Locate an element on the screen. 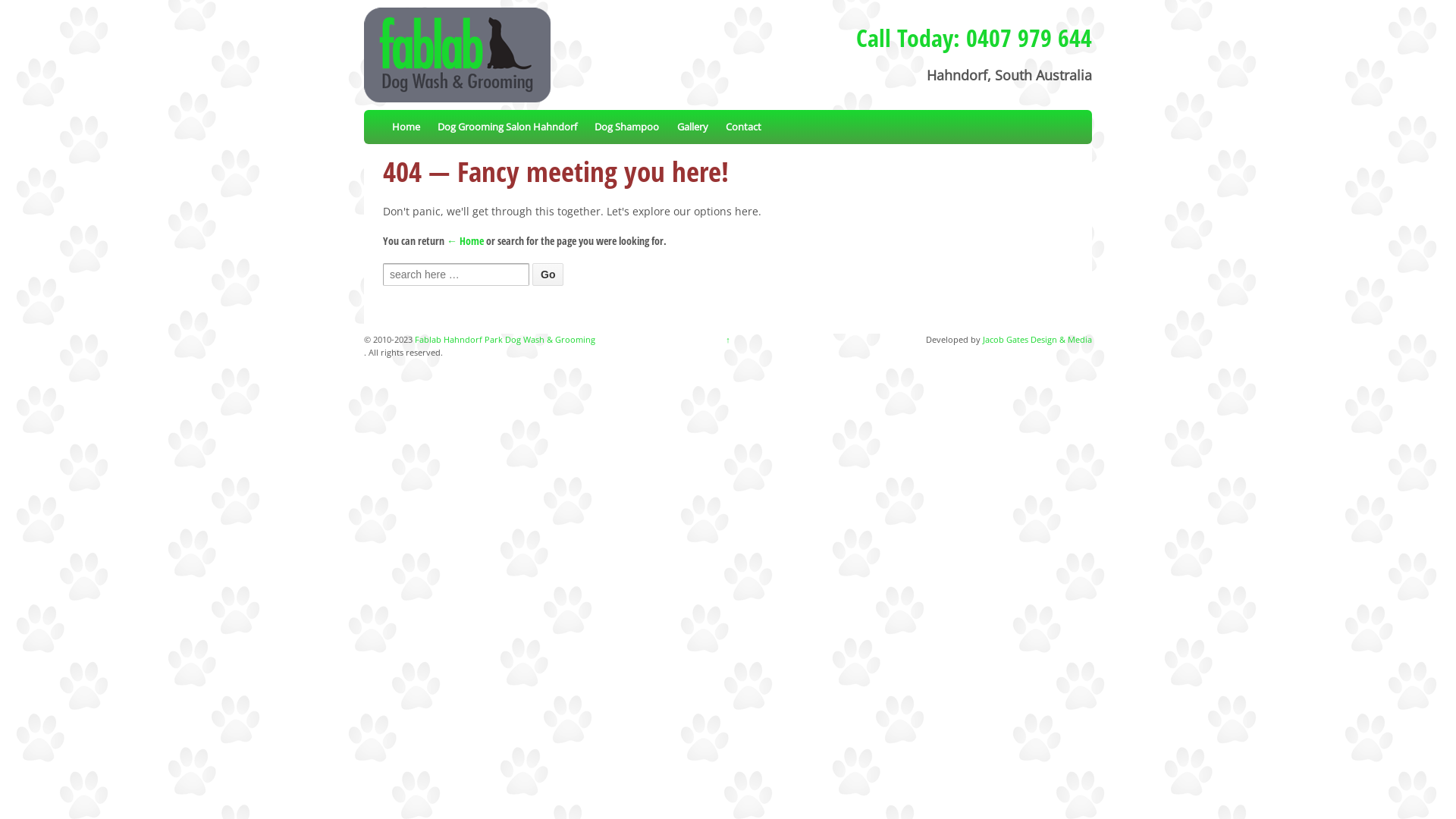 Image resolution: width=1456 pixels, height=819 pixels. 'Contact' is located at coordinates (743, 126).